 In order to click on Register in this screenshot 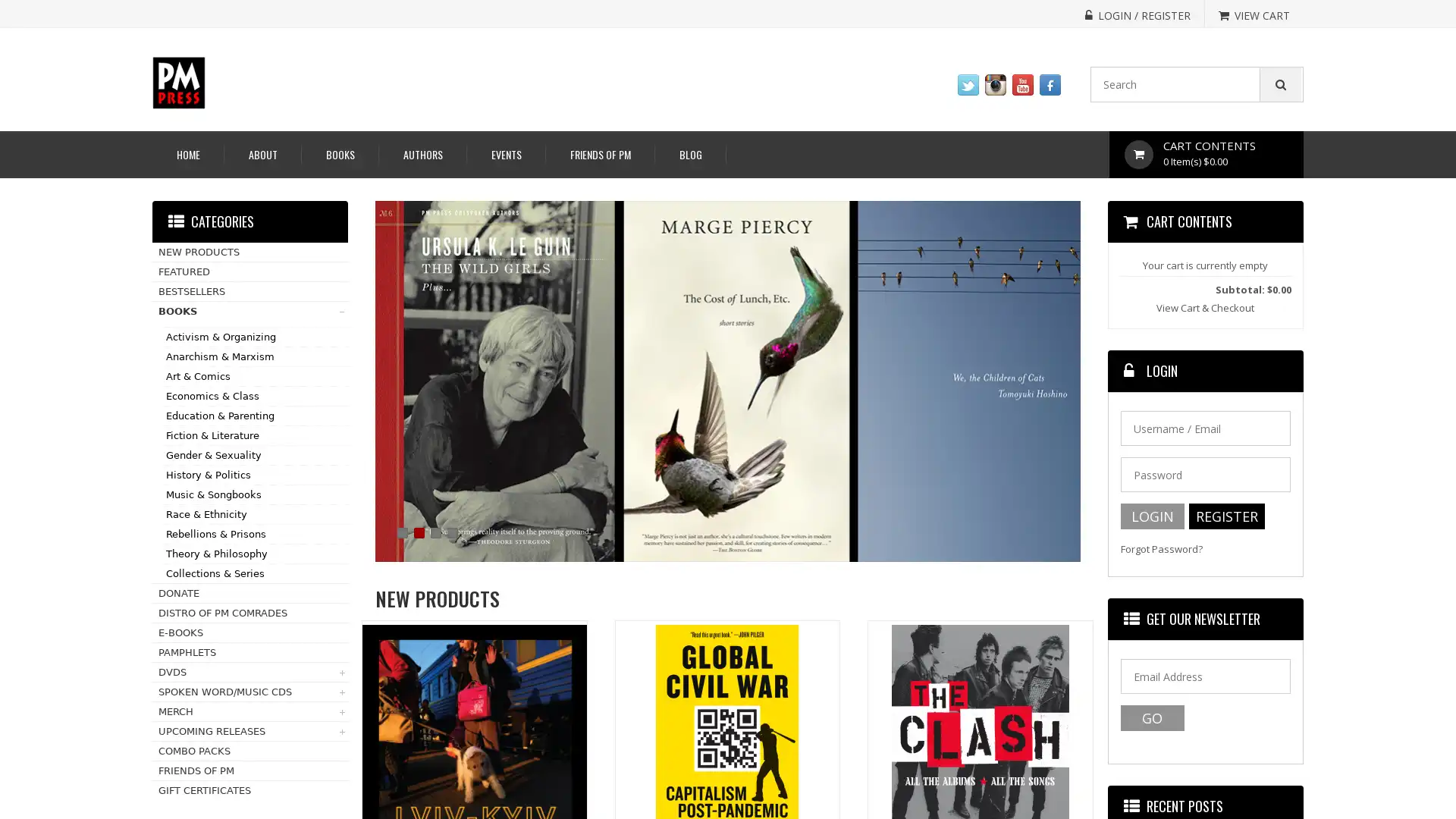, I will do `click(1226, 516)`.